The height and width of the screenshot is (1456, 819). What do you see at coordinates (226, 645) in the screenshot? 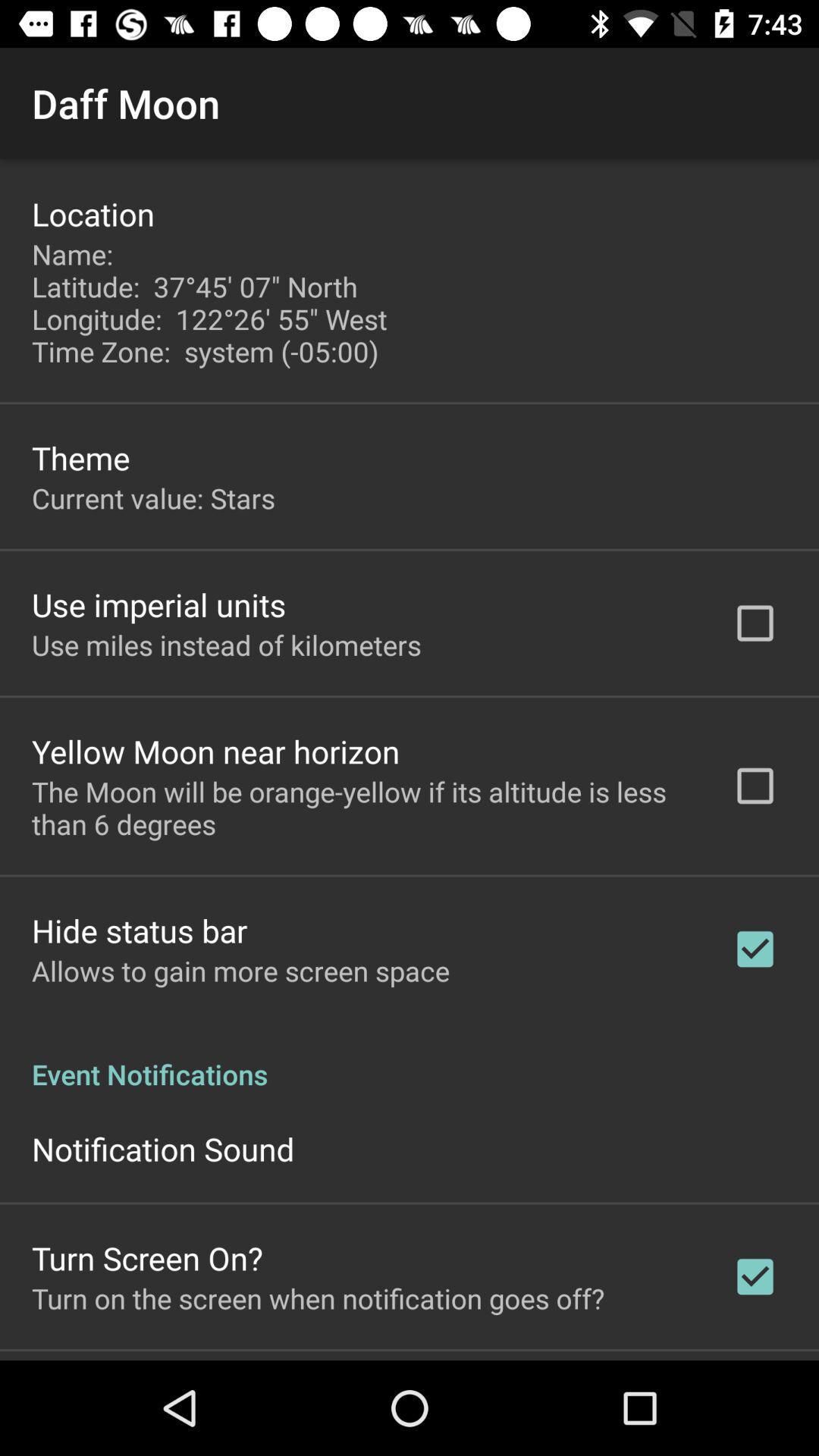
I see `use miles instead item` at bounding box center [226, 645].